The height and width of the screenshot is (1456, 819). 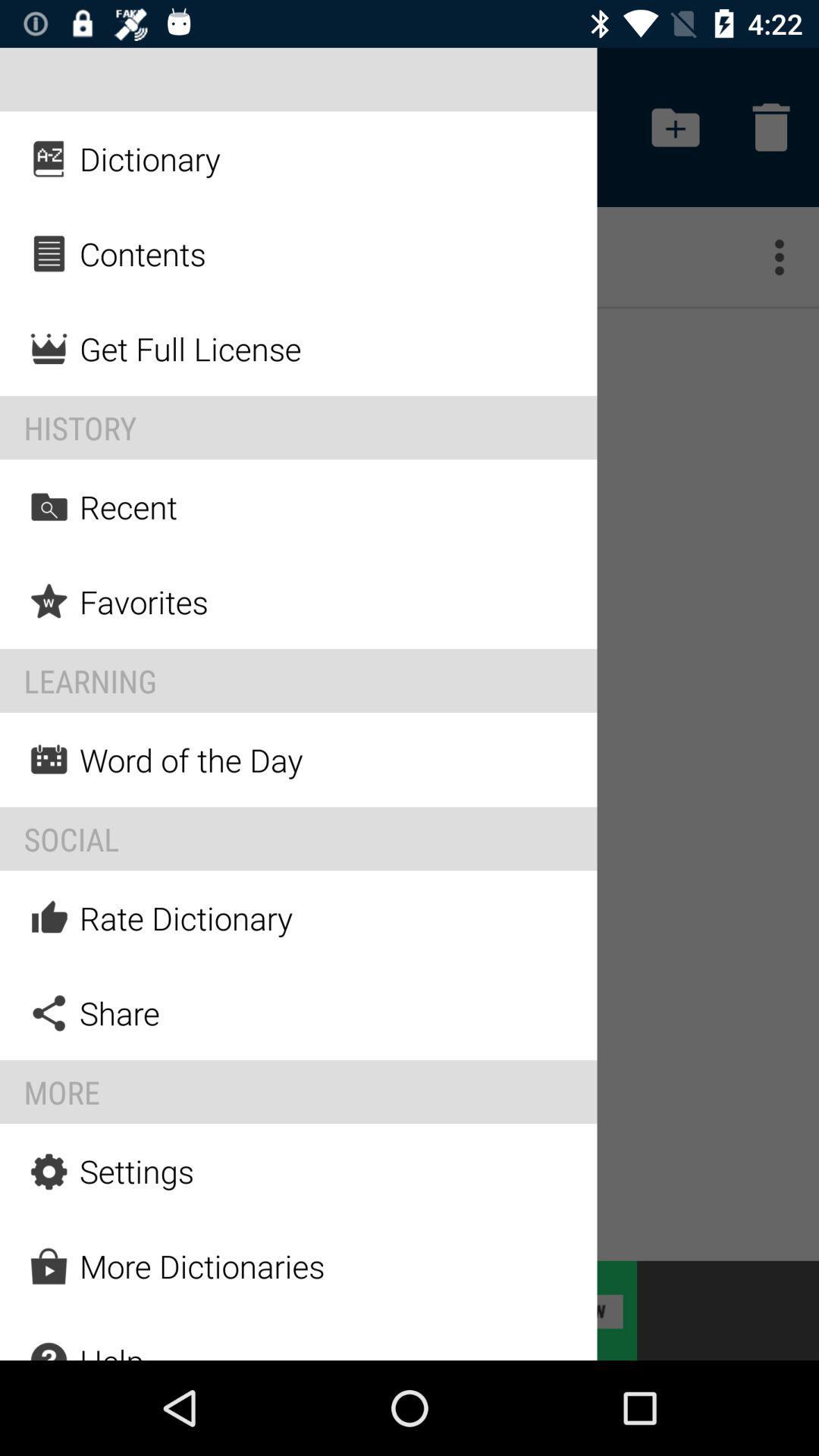 What do you see at coordinates (49, 601) in the screenshot?
I see `the favorites icon on the web page` at bounding box center [49, 601].